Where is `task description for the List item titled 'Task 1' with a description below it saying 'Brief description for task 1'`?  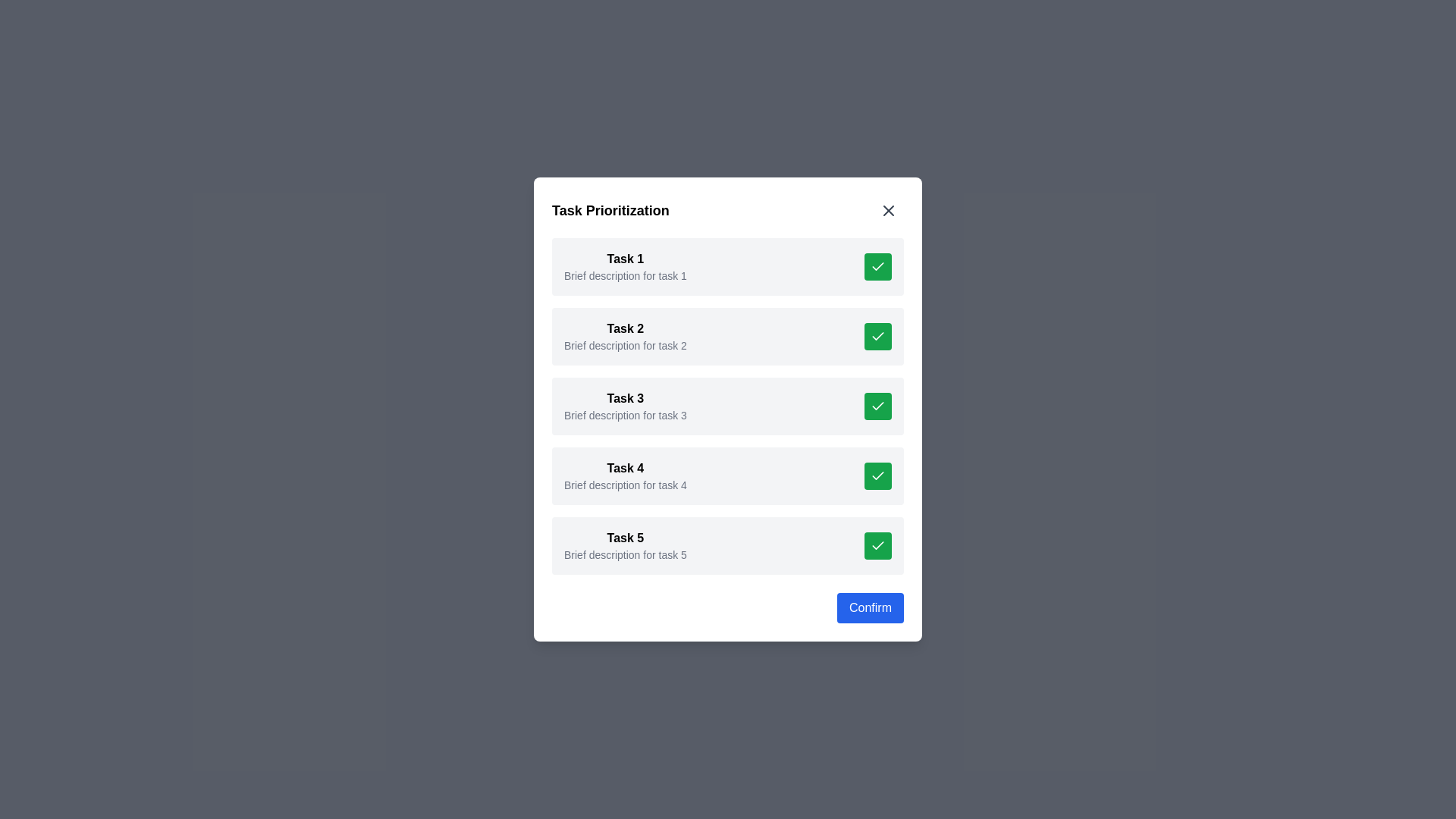 task description for the List item titled 'Task 1' with a description below it saying 'Brief description for task 1' is located at coordinates (728, 265).